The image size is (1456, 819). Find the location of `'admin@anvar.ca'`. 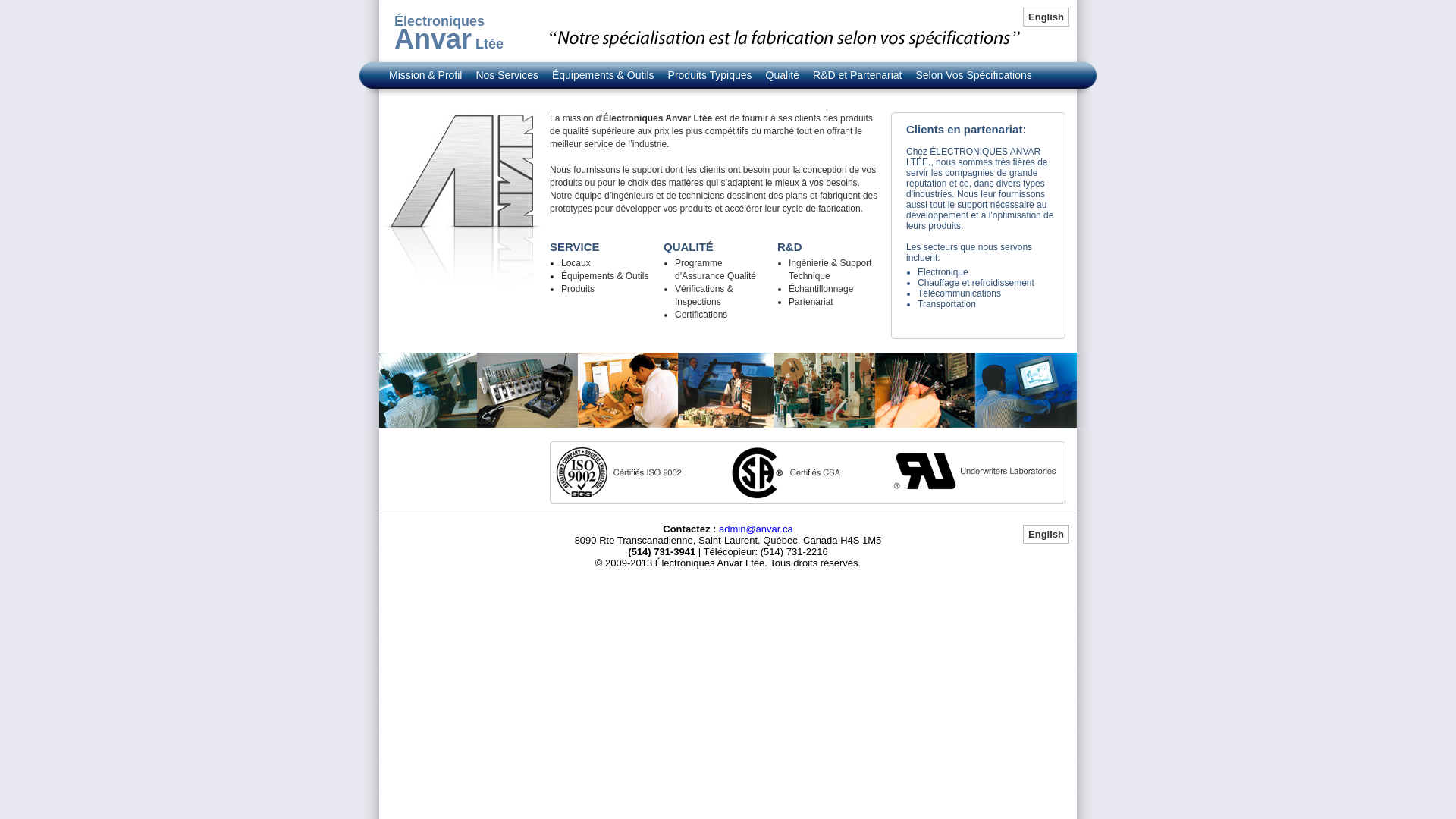

'admin@anvar.ca' is located at coordinates (756, 528).